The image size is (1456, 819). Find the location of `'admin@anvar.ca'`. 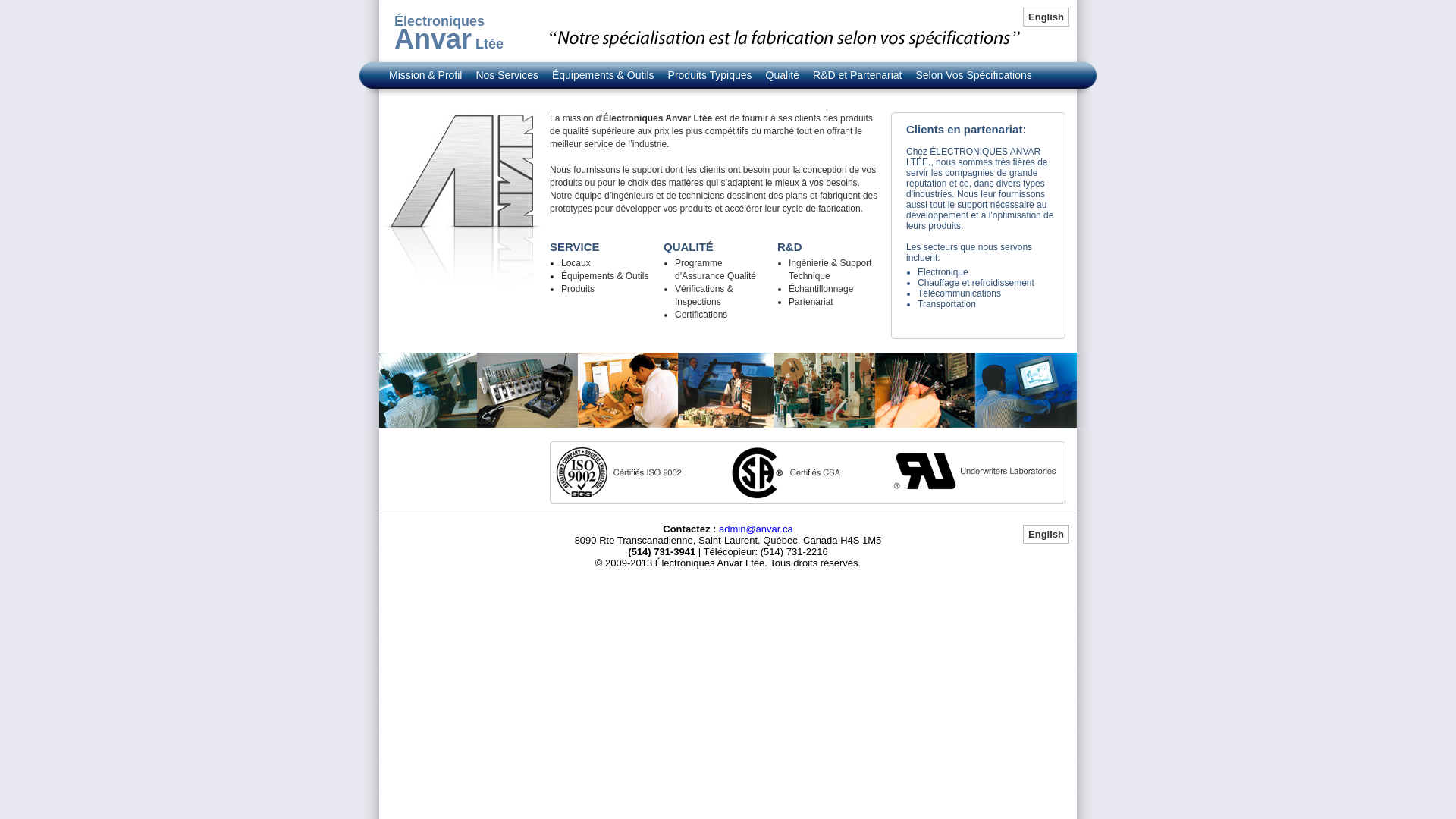

'admin@anvar.ca' is located at coordinates (756, 528).